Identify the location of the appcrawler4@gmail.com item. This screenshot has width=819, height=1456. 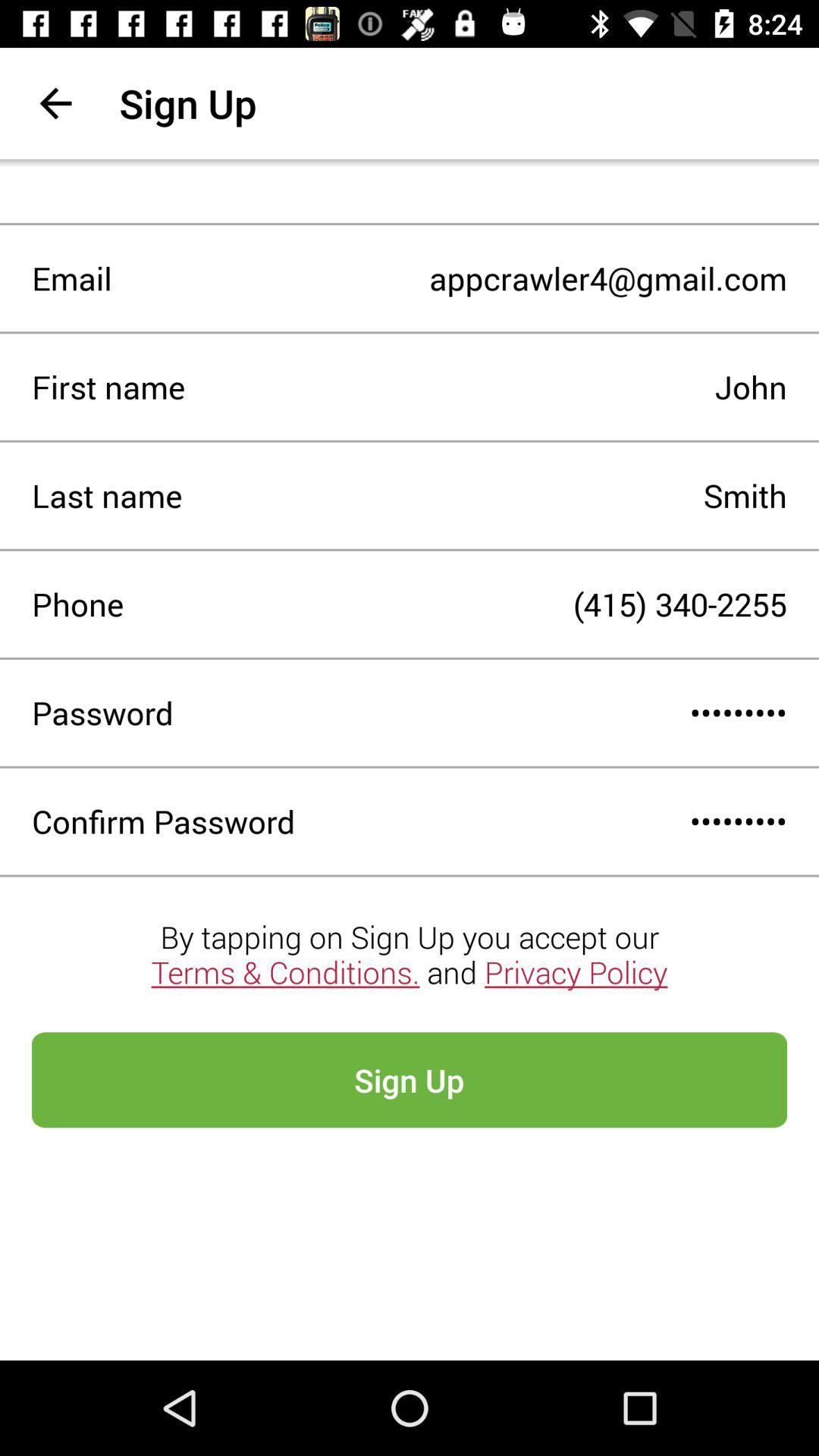
(448, 278).